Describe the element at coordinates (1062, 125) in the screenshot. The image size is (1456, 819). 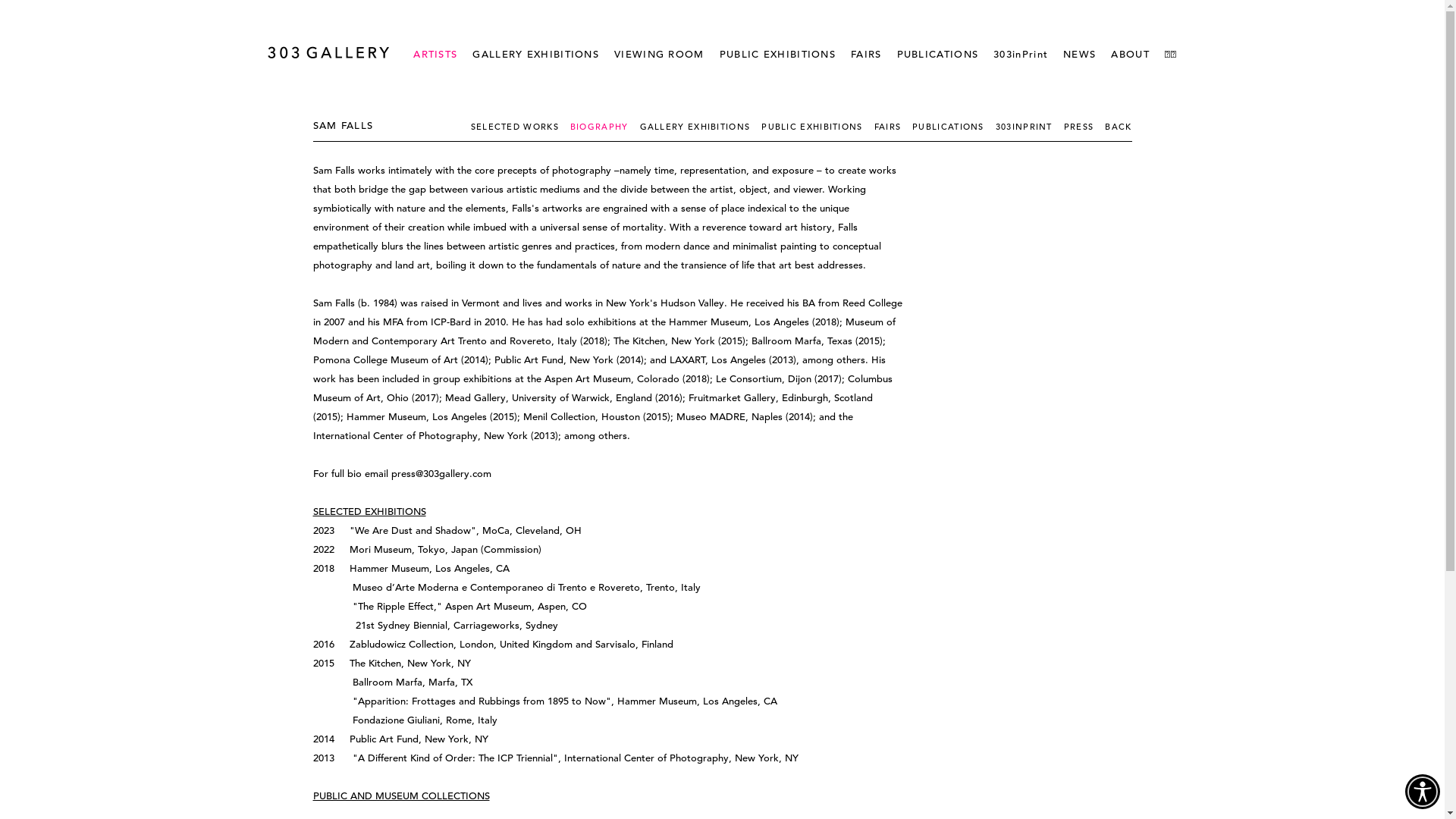
I see `'PRESS'` at that location.